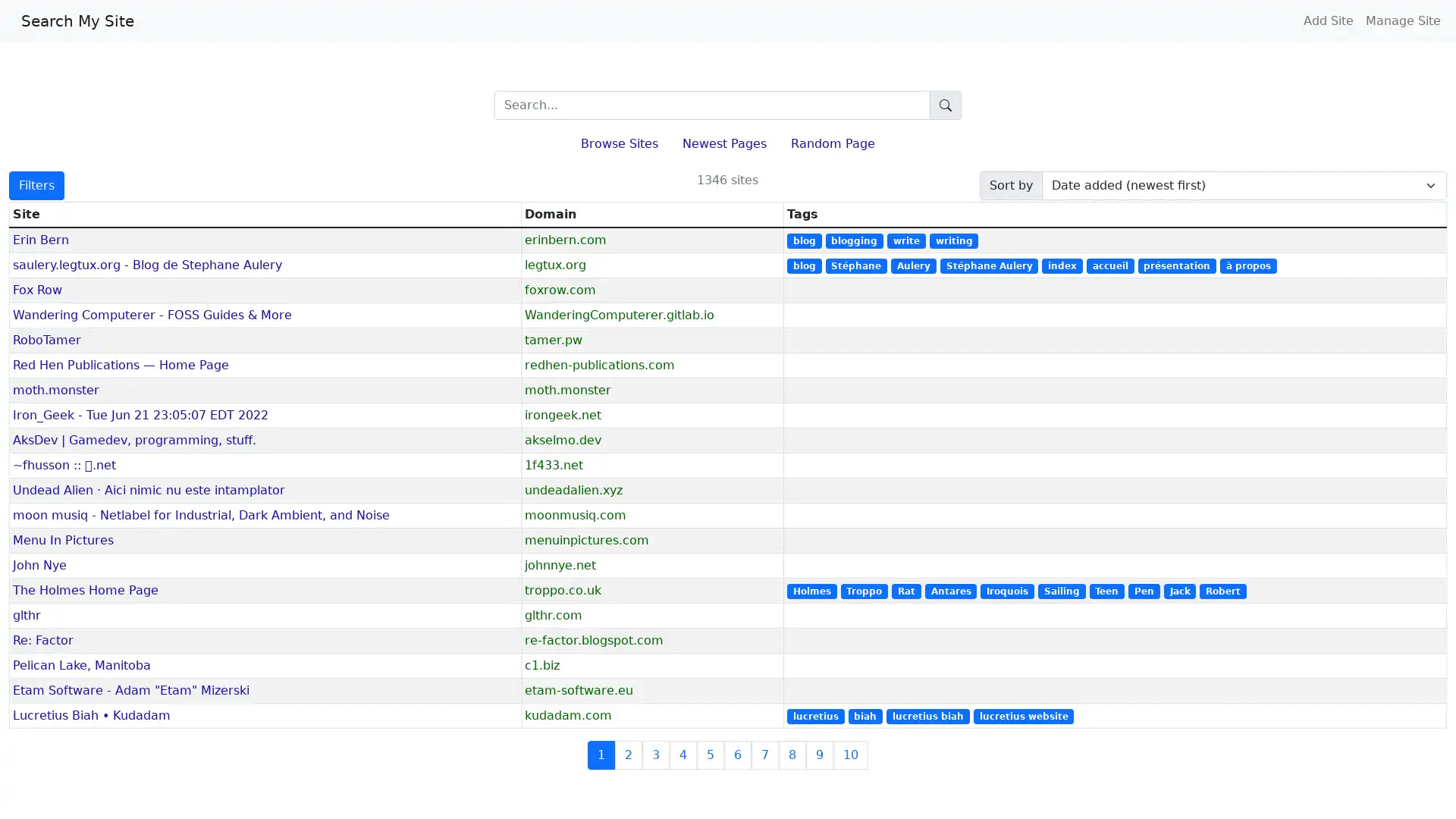  Describe the element at coordinates (682, 755) in the screenshot. I see `4` at that location.